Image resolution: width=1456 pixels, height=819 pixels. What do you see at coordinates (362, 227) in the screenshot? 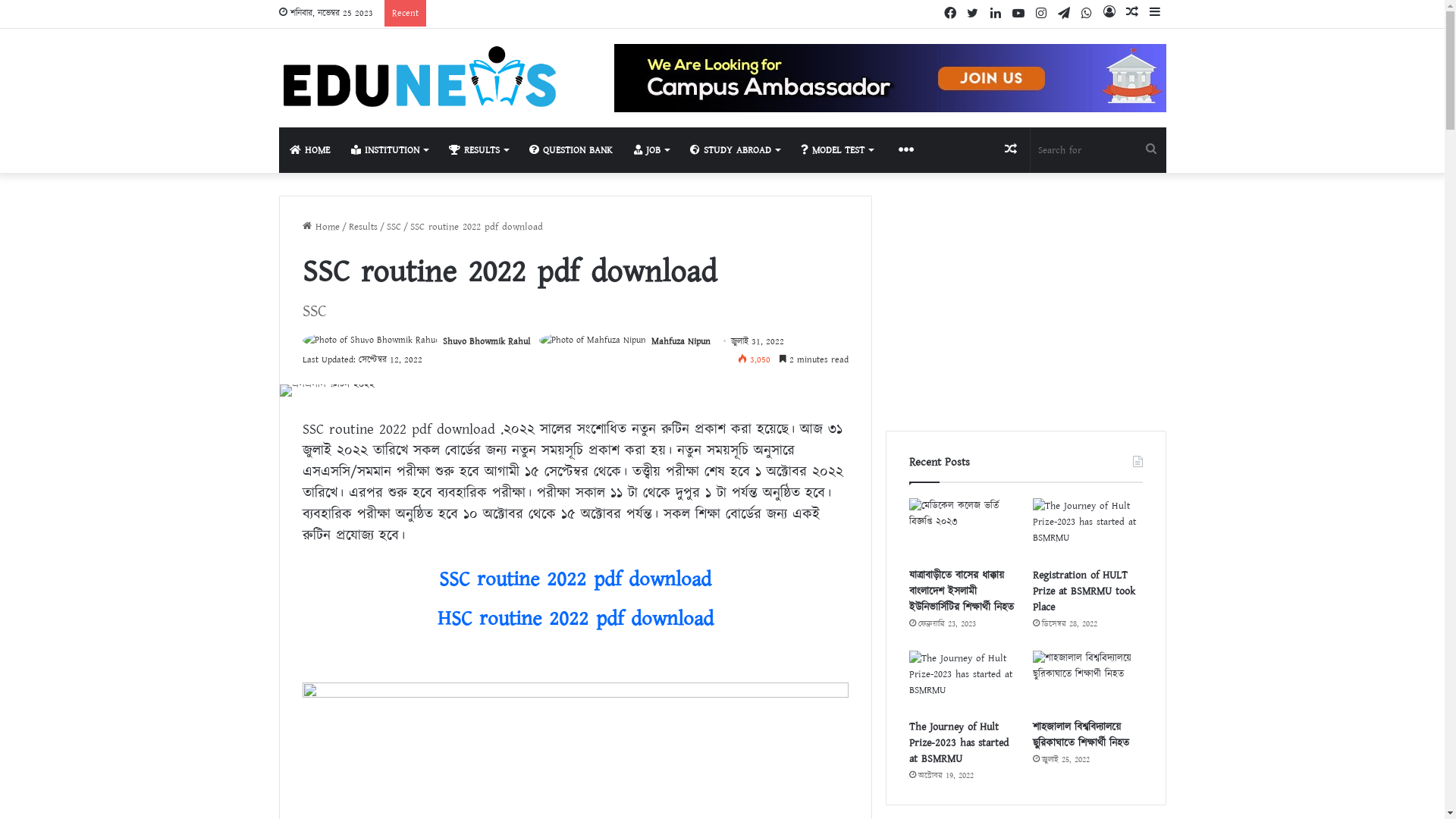
I see `'Results'` at bounding box center [362, 227].